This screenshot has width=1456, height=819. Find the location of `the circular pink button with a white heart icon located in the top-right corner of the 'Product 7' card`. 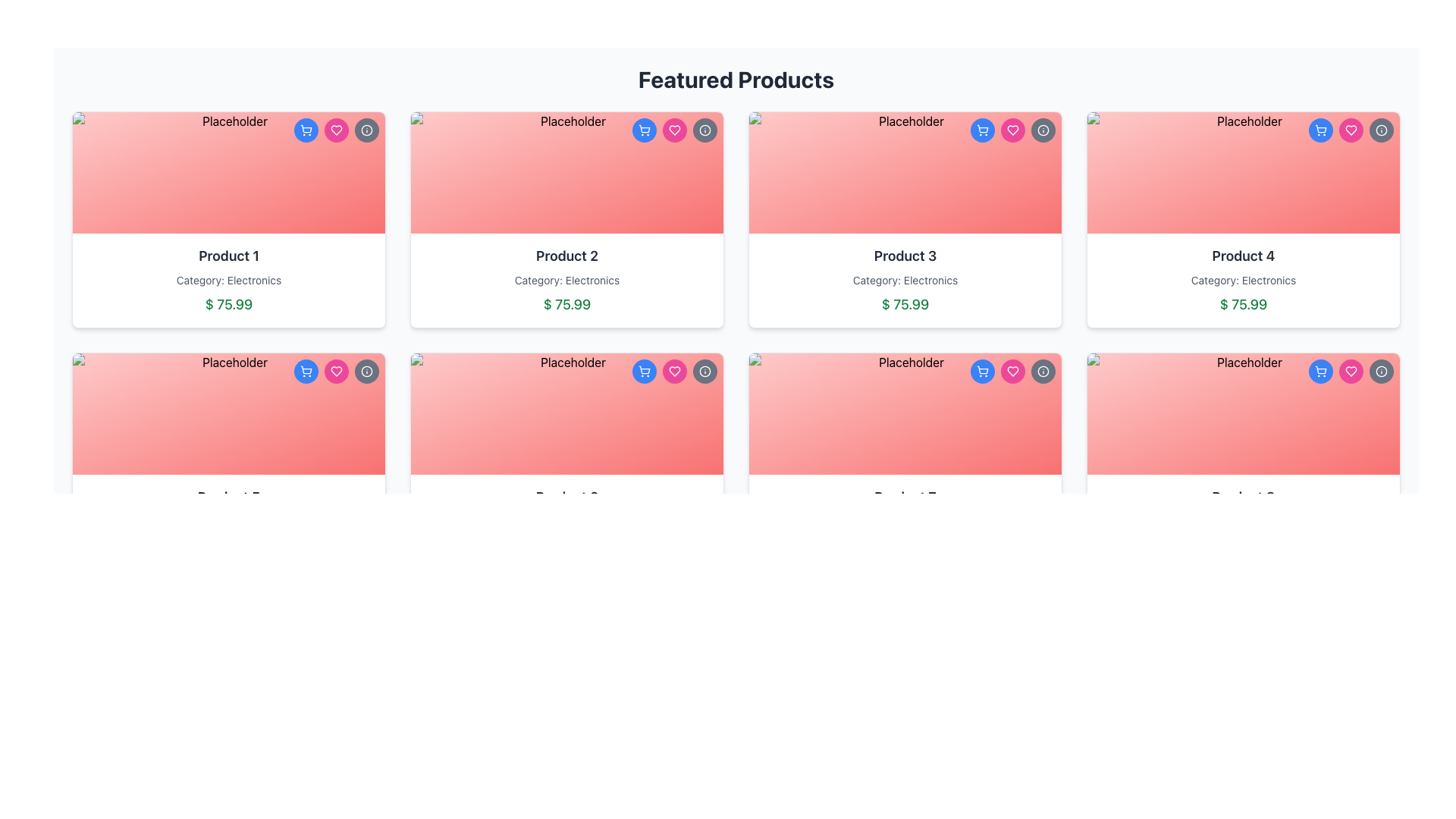

the circular pink button with a white heart icon located in the top-right corner of the 'Product 7' card is located at coordinates (1012, 371).